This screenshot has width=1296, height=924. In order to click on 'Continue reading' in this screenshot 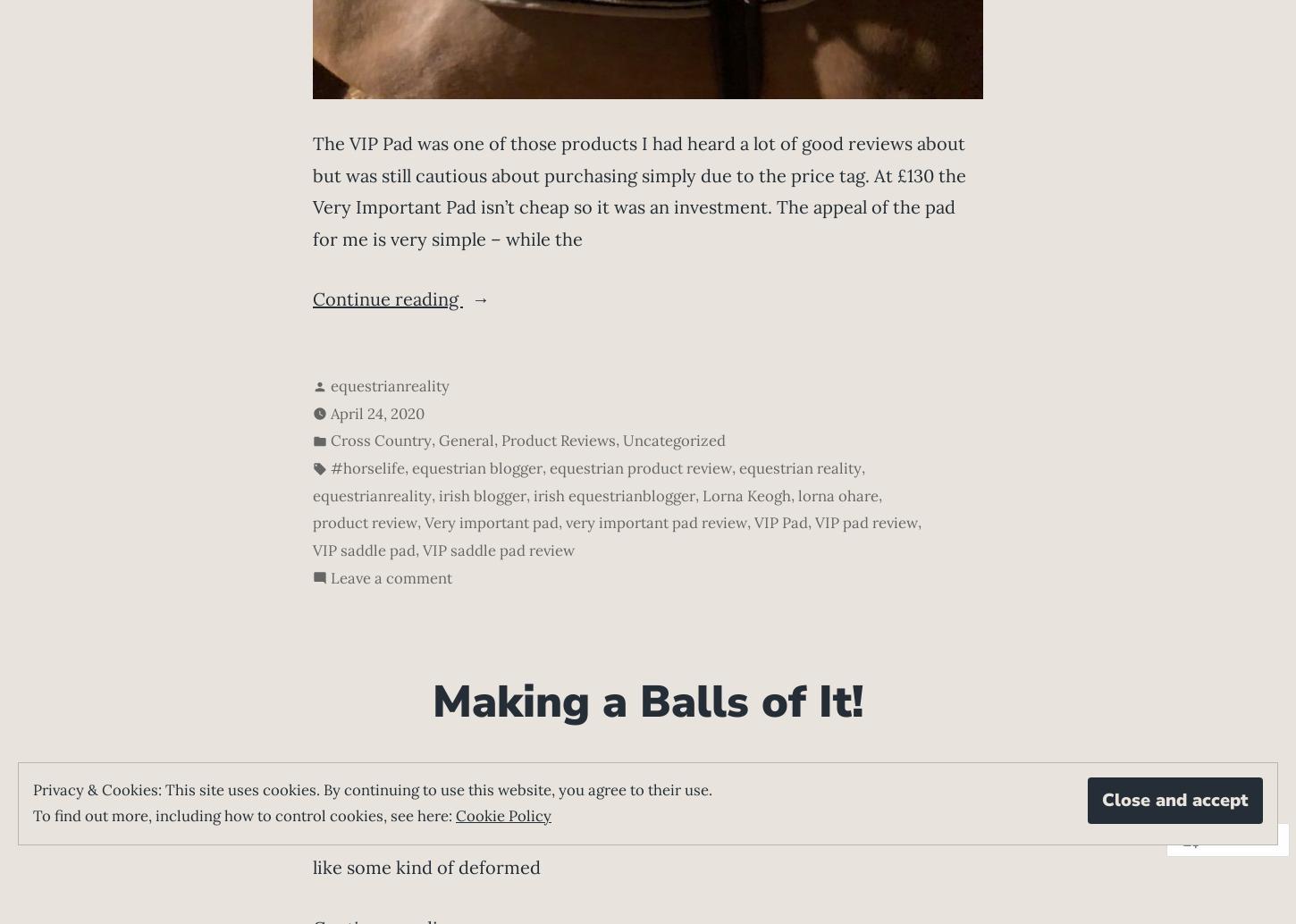, I will do `click(313, 298)`.